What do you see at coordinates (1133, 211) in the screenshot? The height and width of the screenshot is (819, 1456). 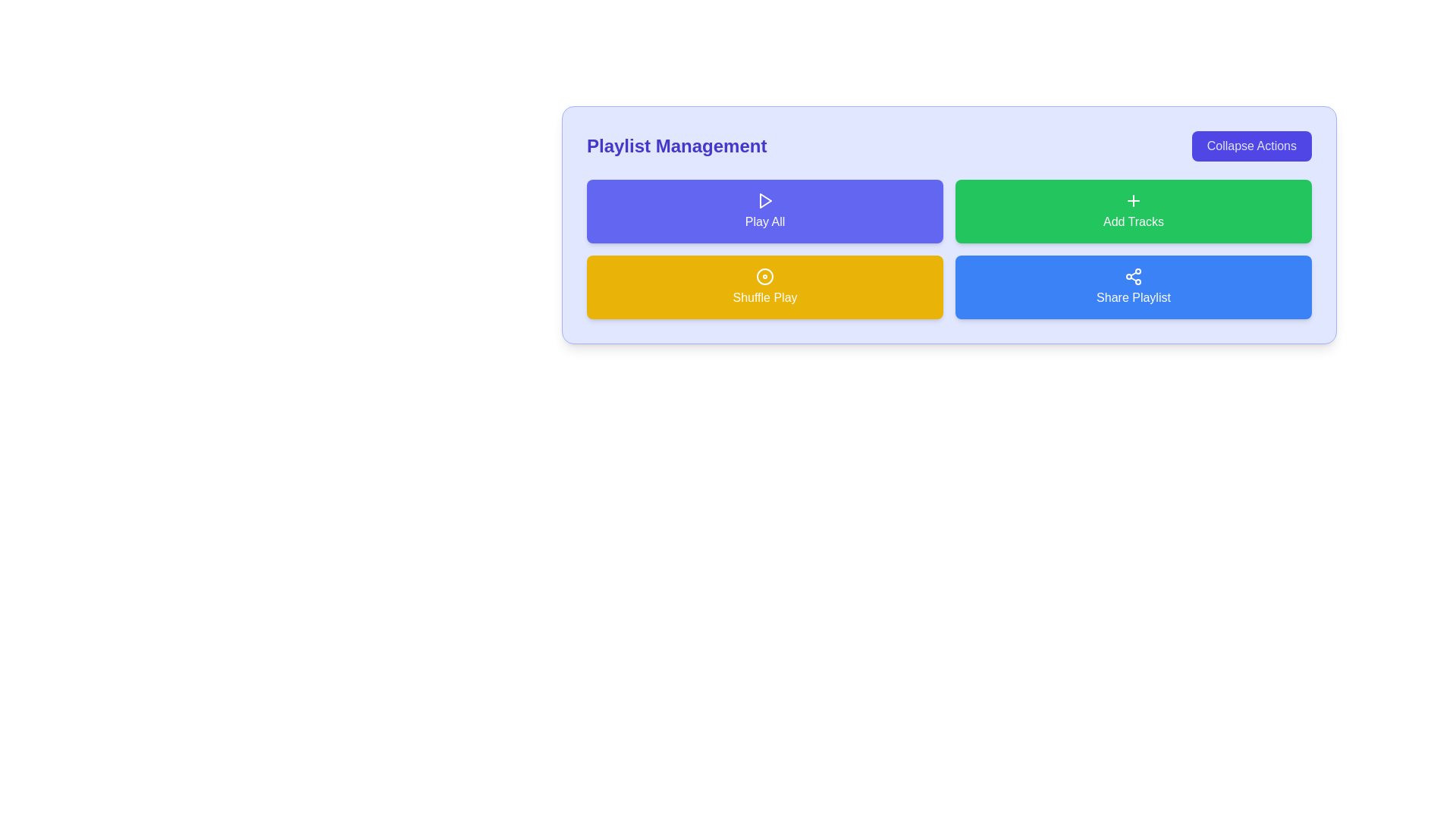 I see `the second button in the top row of the grid, located to the right of the 'Play All' button` at bounding box center [1133, 211].